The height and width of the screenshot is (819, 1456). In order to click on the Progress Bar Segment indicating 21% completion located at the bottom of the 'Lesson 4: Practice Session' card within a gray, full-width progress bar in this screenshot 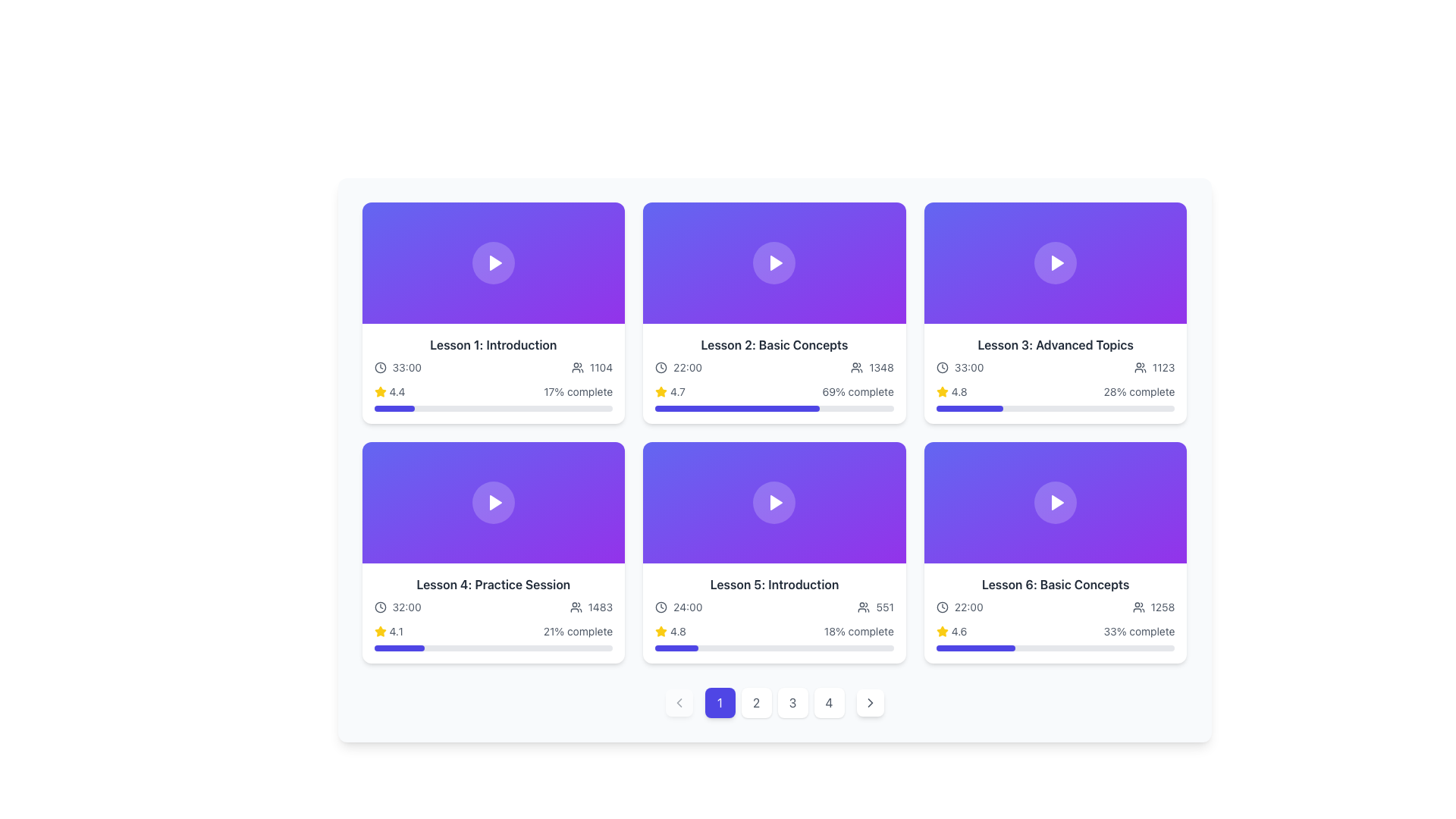, I will do `click(399, 648)`.